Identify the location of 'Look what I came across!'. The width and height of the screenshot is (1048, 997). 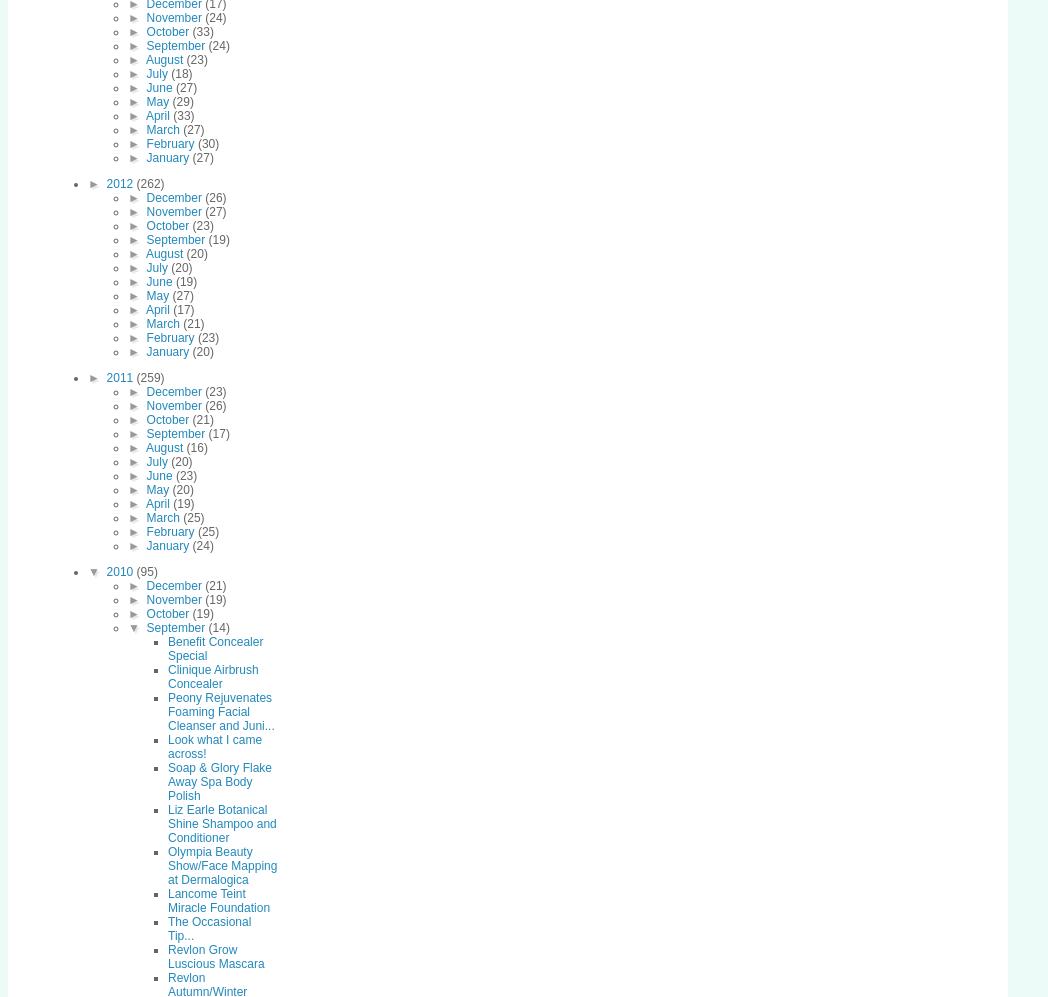
(167, 746).